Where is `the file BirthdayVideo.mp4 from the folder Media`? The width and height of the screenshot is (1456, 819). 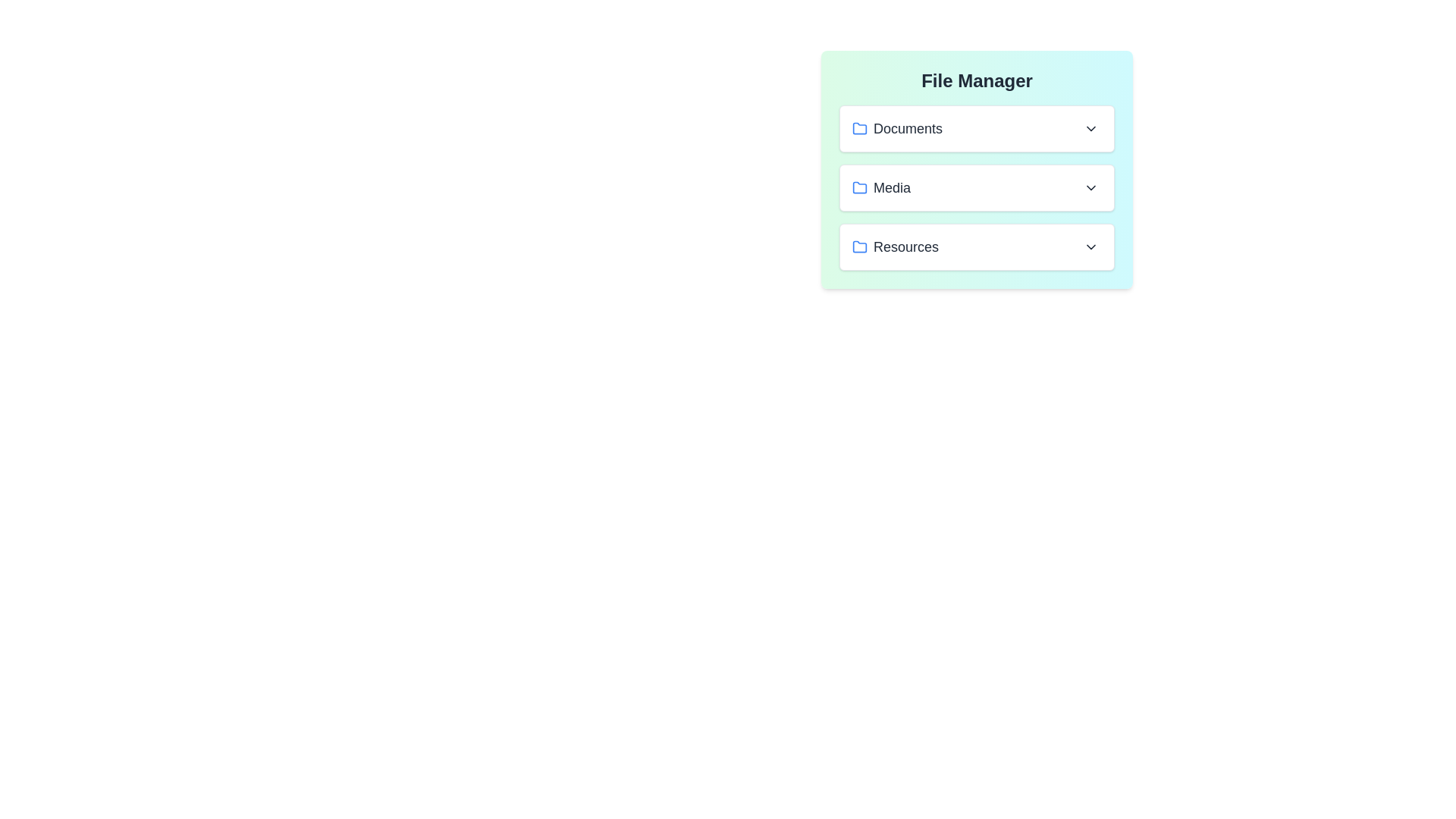 the file BirthdayVideo.mp4 from the folder Media is located at coordinates (977, 187).